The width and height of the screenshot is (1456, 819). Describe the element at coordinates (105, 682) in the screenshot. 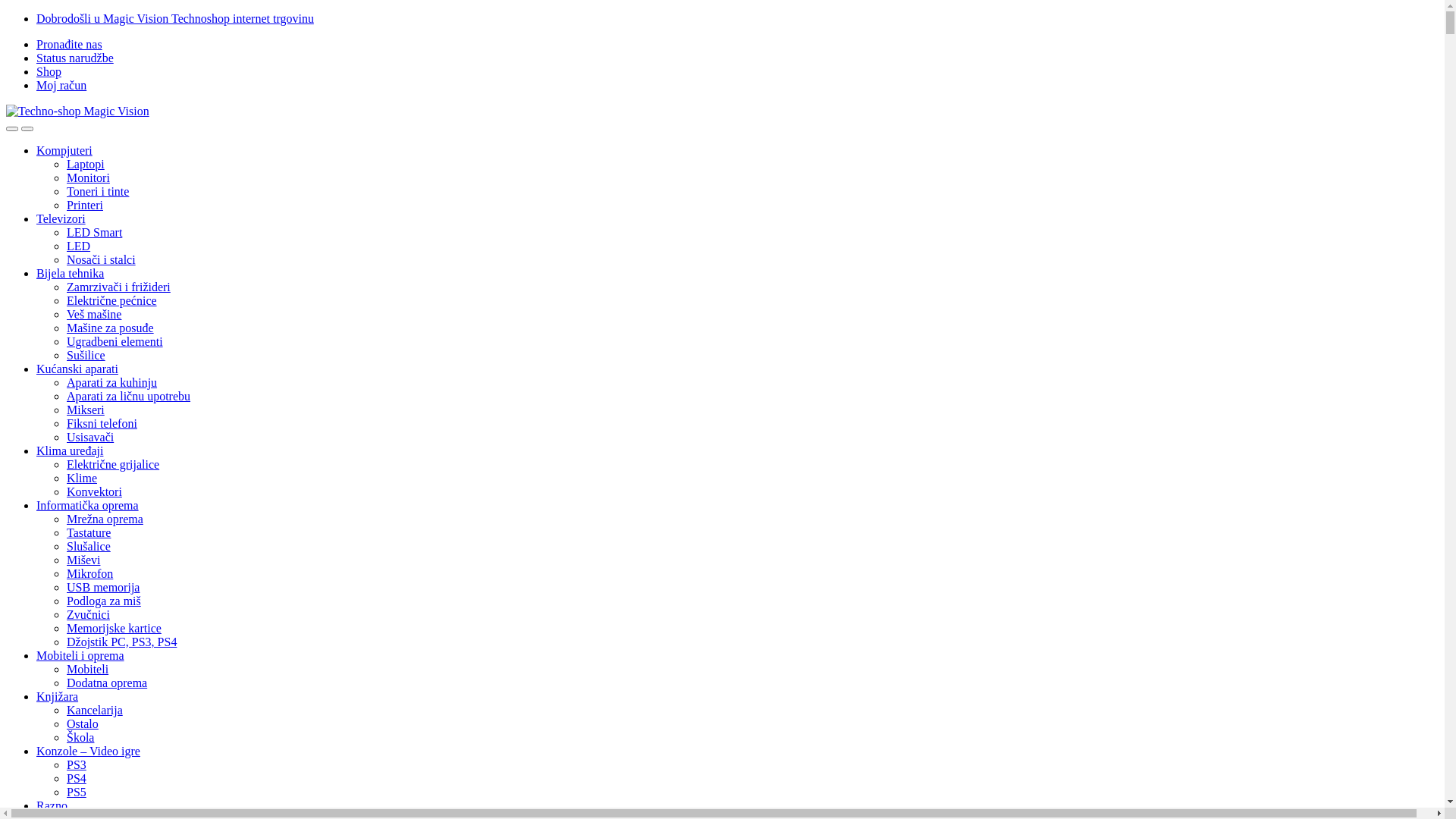

I see `'Dodatna oprema'` at that location.